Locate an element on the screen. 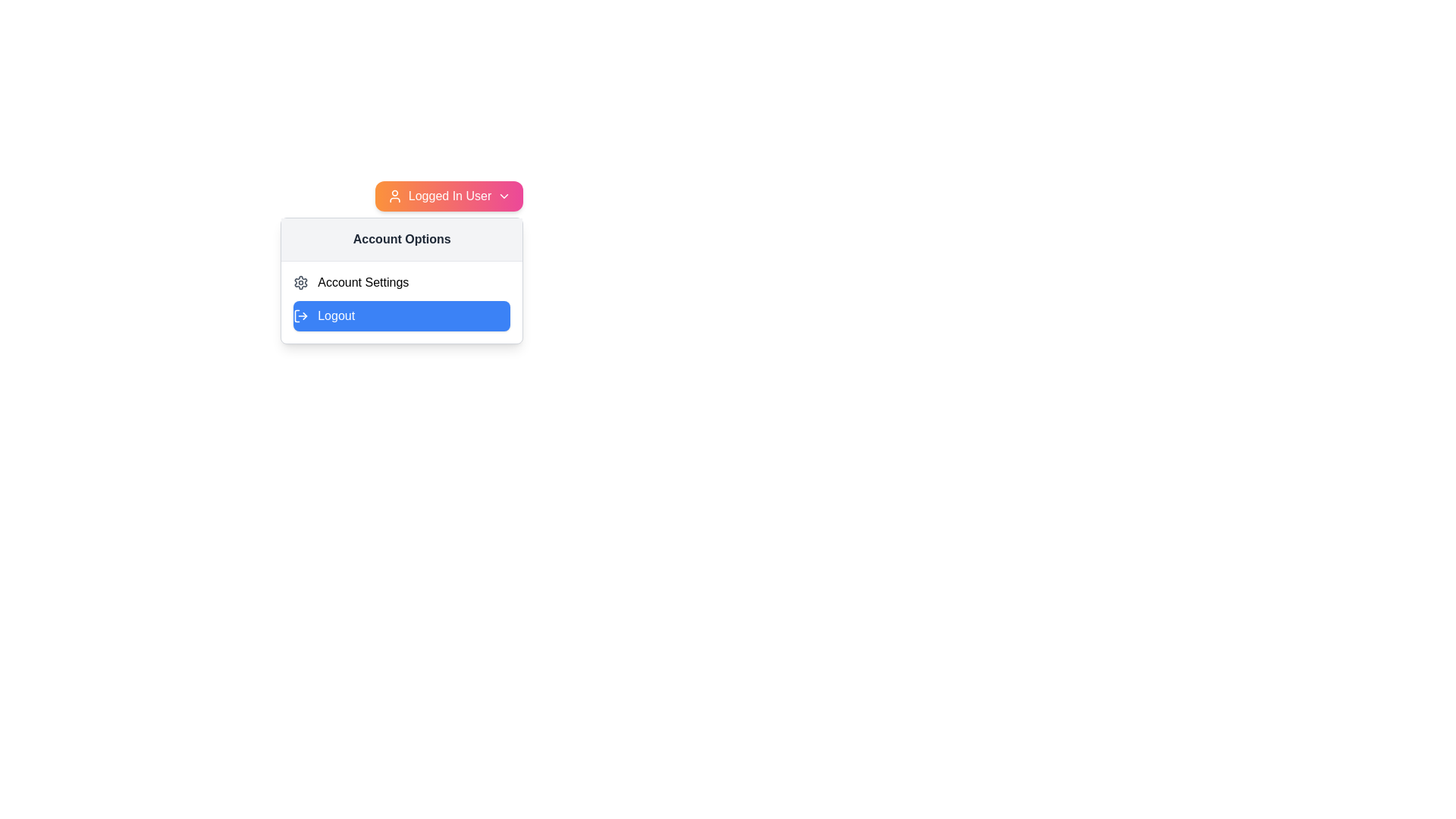  the Dropdown Indicator Icon, which is a downwards pointing chevron icon in white, located within the orange-to-pink gradient button labeled 'Logged In User' is located at coordinates (504, 195).